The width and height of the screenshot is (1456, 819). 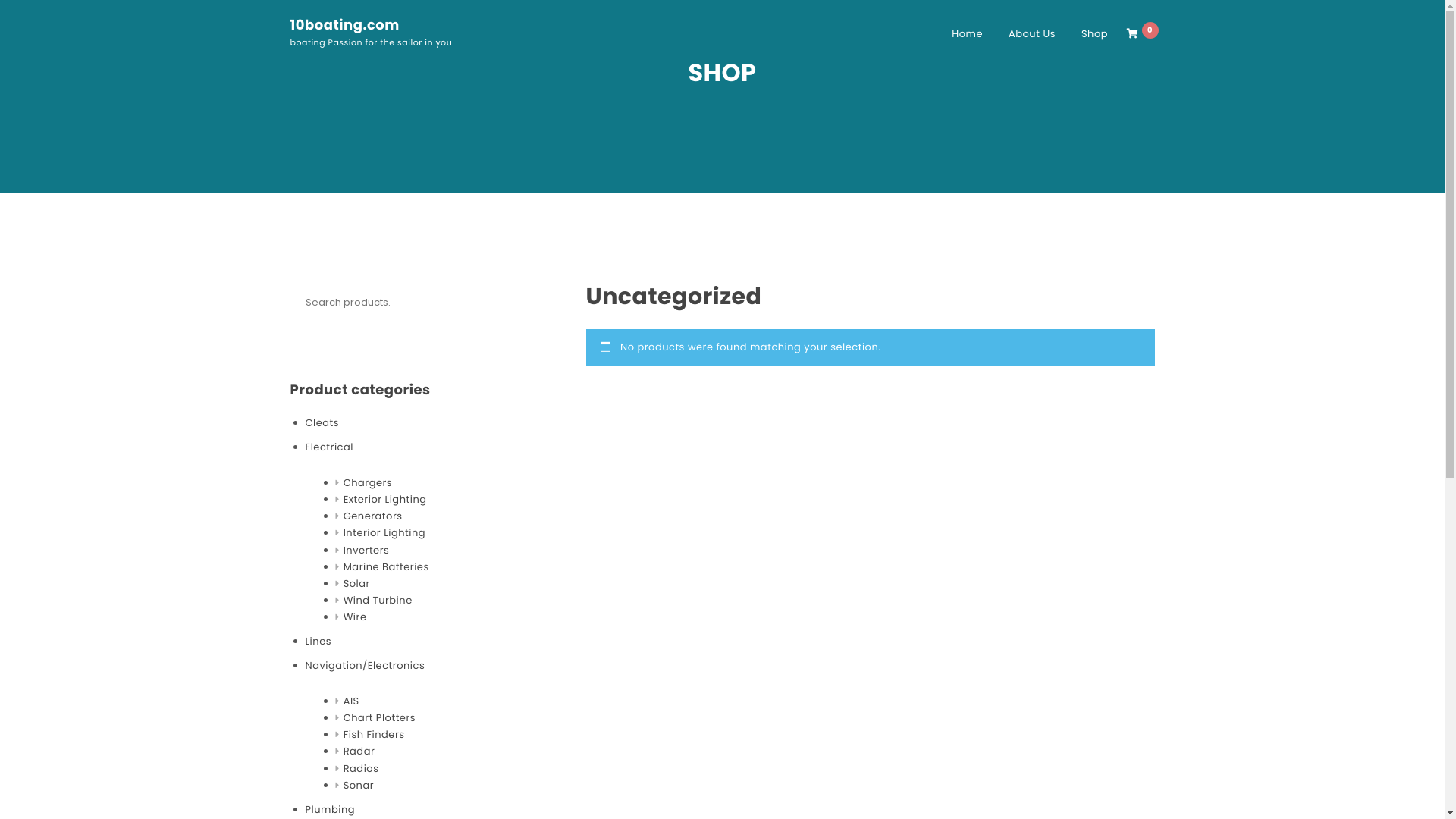 What do you see at coordinates (359, 752) in the screenshot?
I see `'Radar'` at bounding box center [359, 752].